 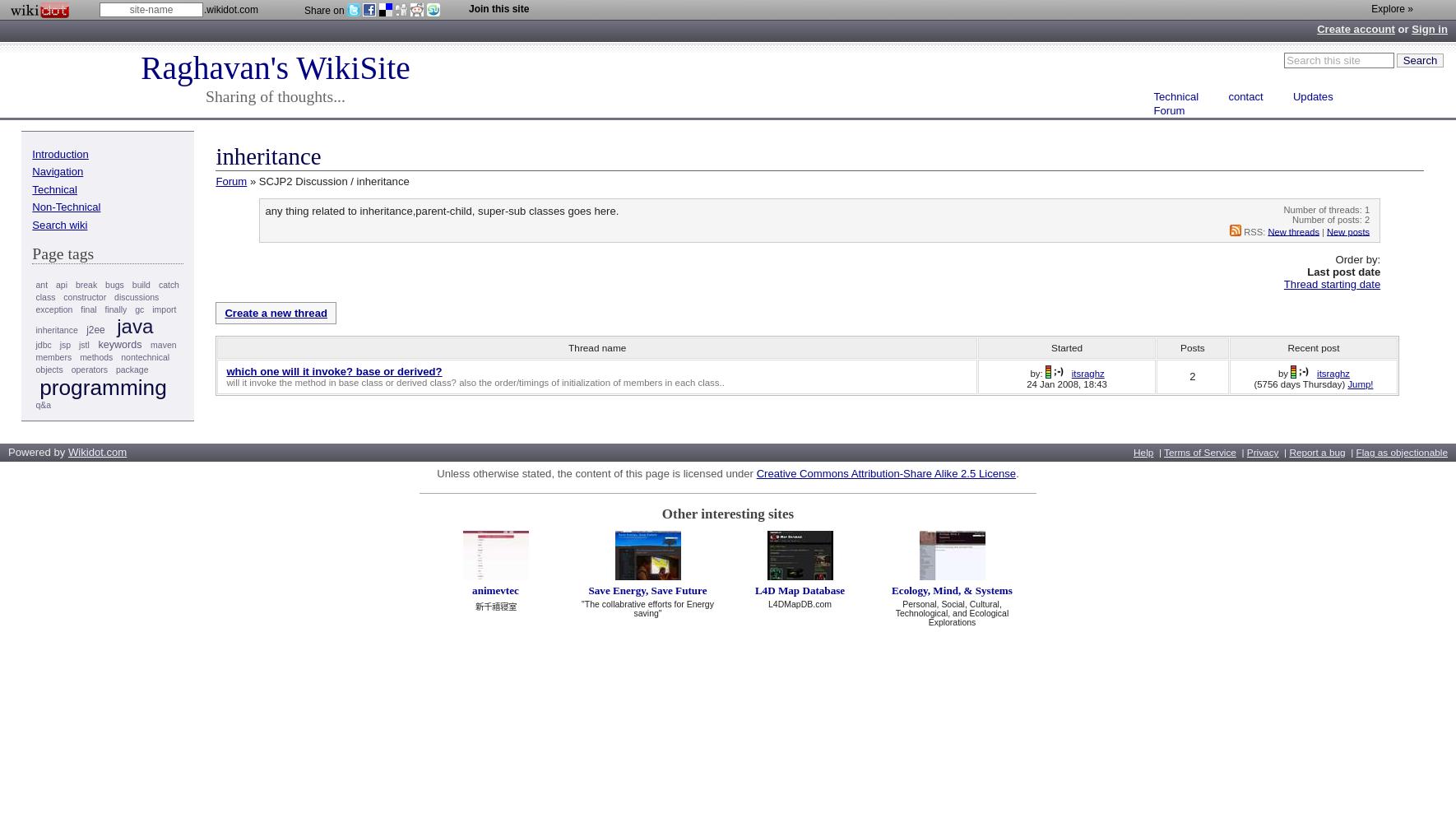 I want to click on '(5756 days Thursday)', so click(x=1252, y=383).